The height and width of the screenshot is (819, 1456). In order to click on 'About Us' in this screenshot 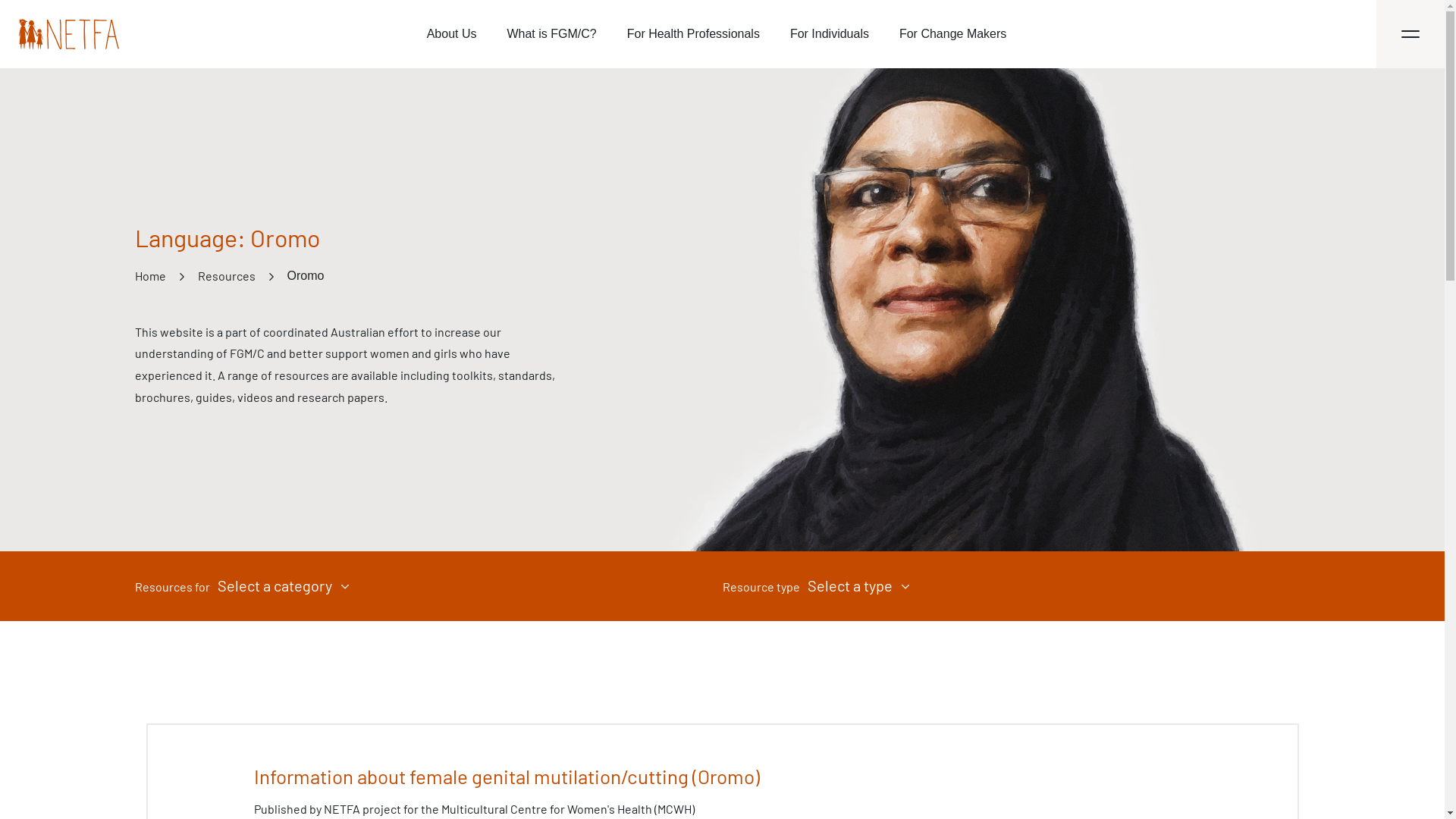, I will do `click(450, 34)`.